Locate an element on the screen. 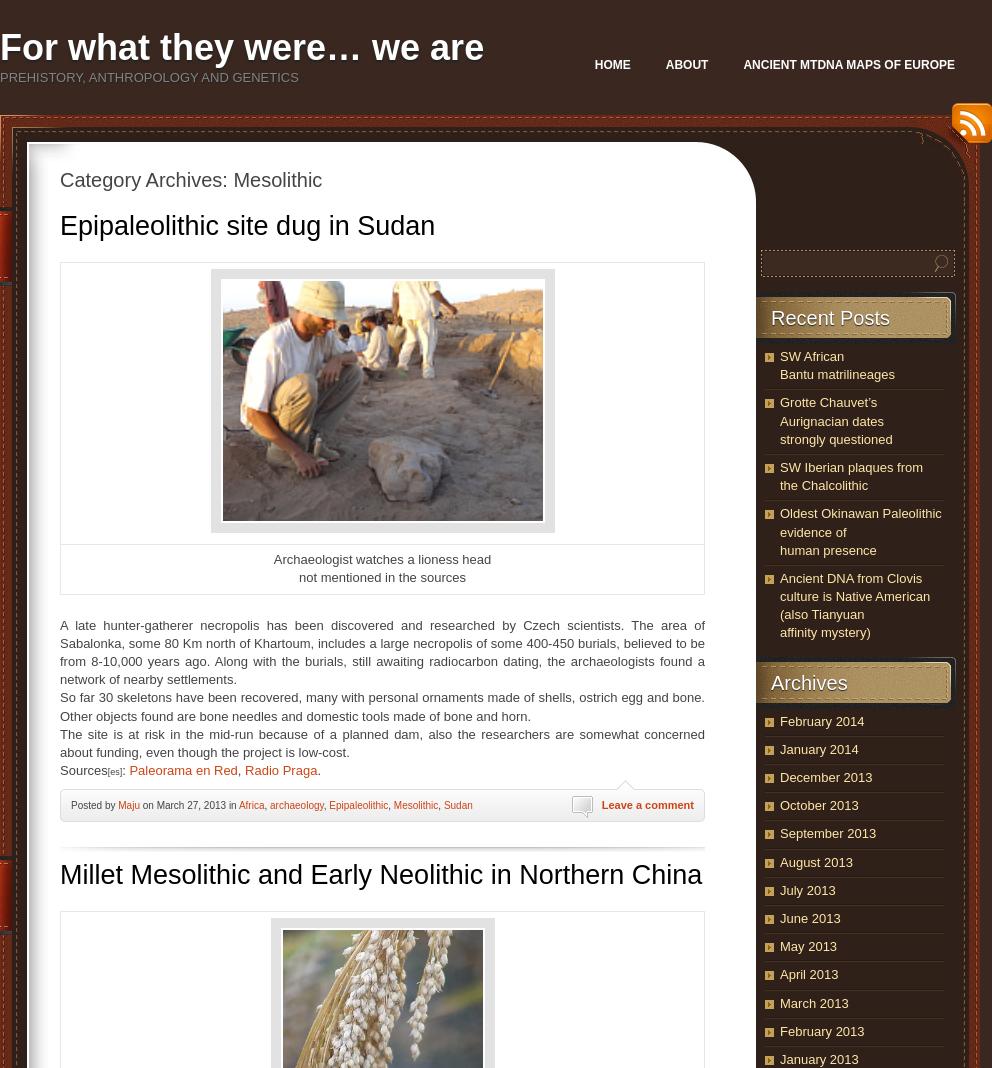 The height and width of the screenshot is (1068, 992). 'September 2013' is located at coordinates (827, 832).